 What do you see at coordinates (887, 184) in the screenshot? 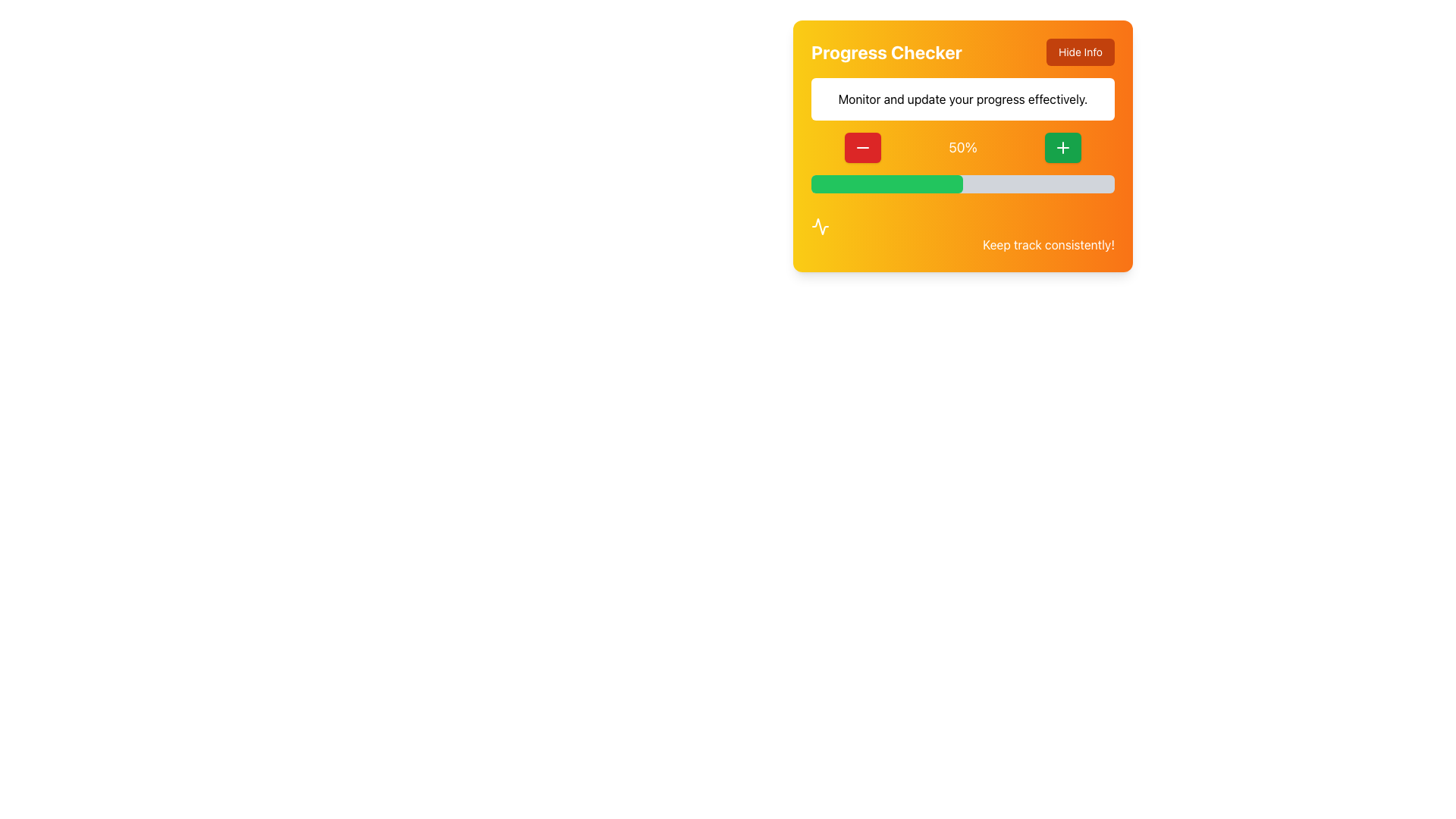
I see `the green segment of the progress indicator, which represents the current progress within the grey progress bar located at the bottom of the yellow panel` at bounding box center [887, 184].